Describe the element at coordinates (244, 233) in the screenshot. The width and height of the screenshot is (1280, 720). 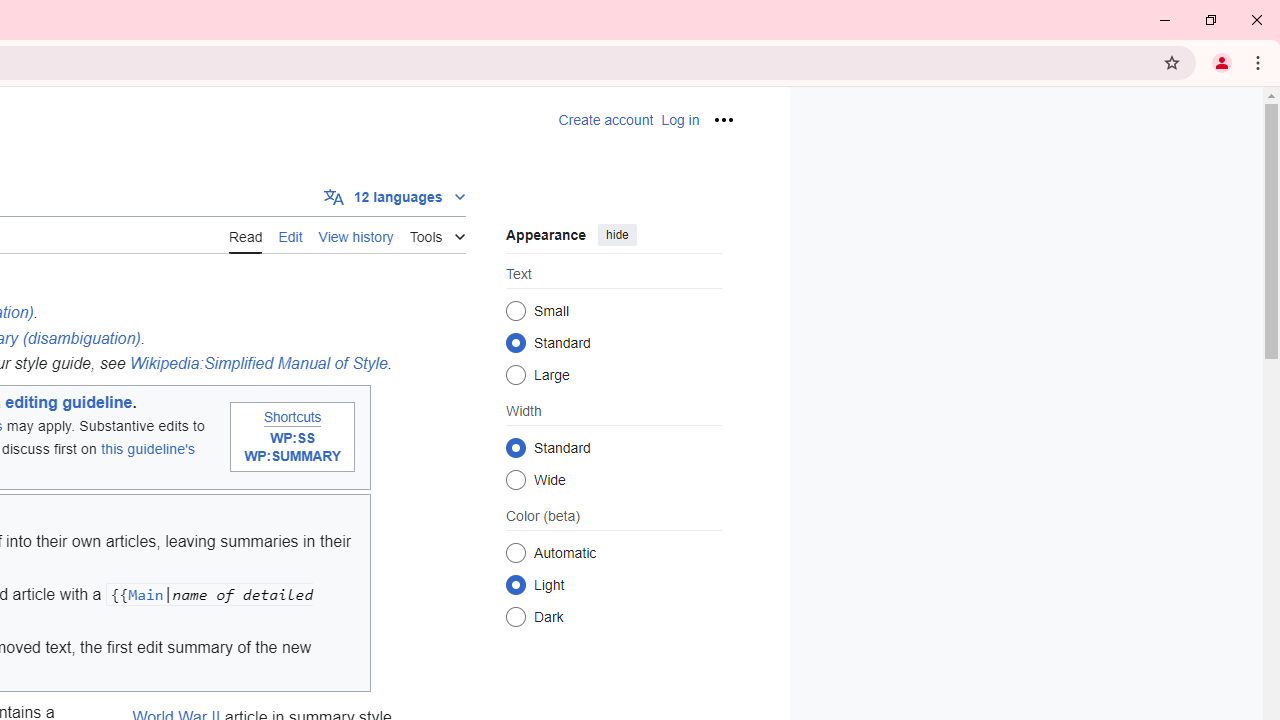
I see `'AutomationID: ca-view'` at that location.